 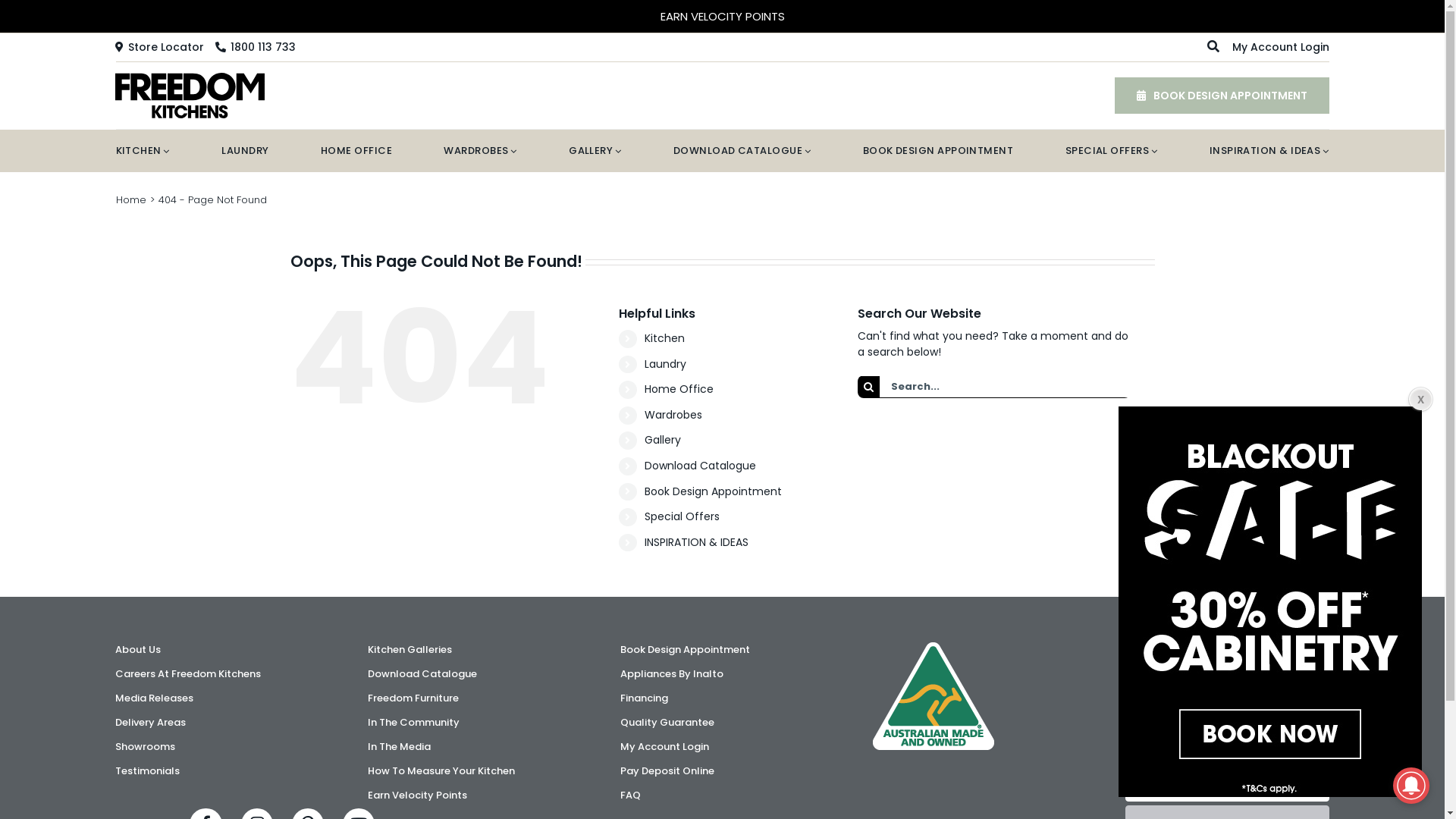 I want to click on 'Wardrobes', so click(x=644, y=415).